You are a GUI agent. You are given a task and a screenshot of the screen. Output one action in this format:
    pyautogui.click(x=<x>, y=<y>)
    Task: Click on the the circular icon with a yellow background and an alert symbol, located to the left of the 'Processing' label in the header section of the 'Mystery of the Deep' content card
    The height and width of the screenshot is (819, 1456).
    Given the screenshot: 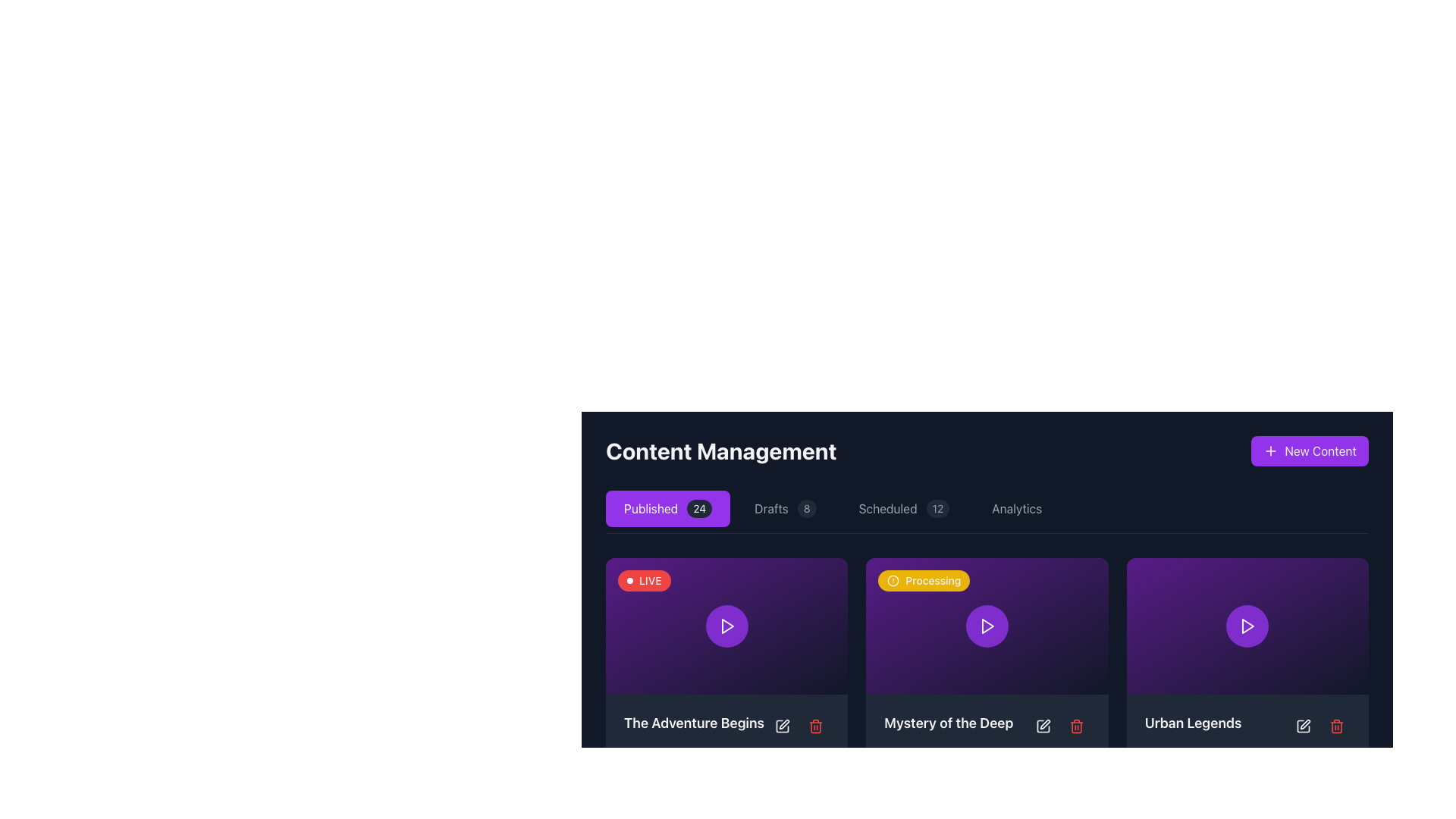 What is the action you would take?
    pyautogui.click(x=893, y=580)
    